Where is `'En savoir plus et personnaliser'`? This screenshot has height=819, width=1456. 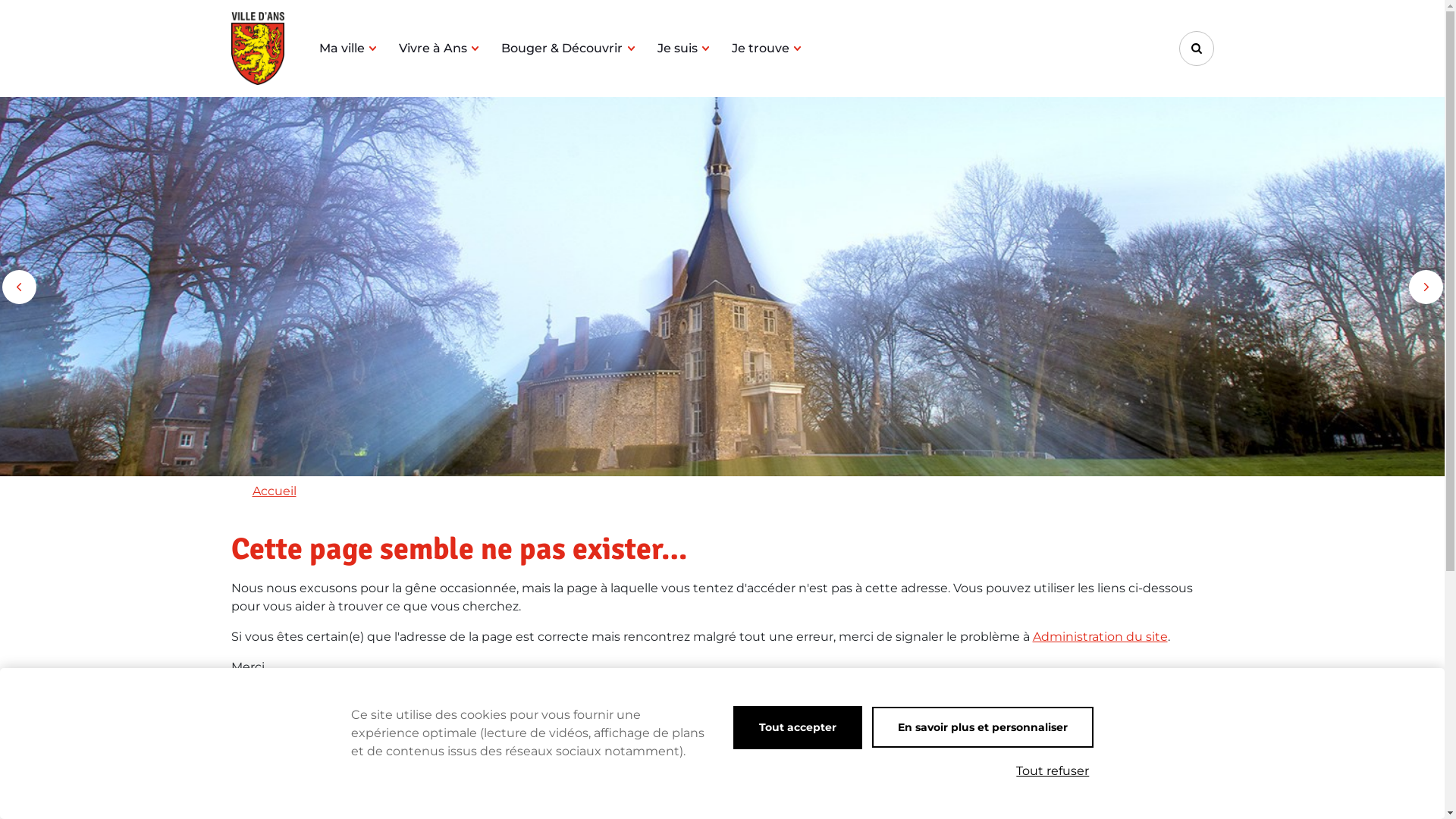
'En savoir plus et personnaliser' is located at coordinates (983, 726).